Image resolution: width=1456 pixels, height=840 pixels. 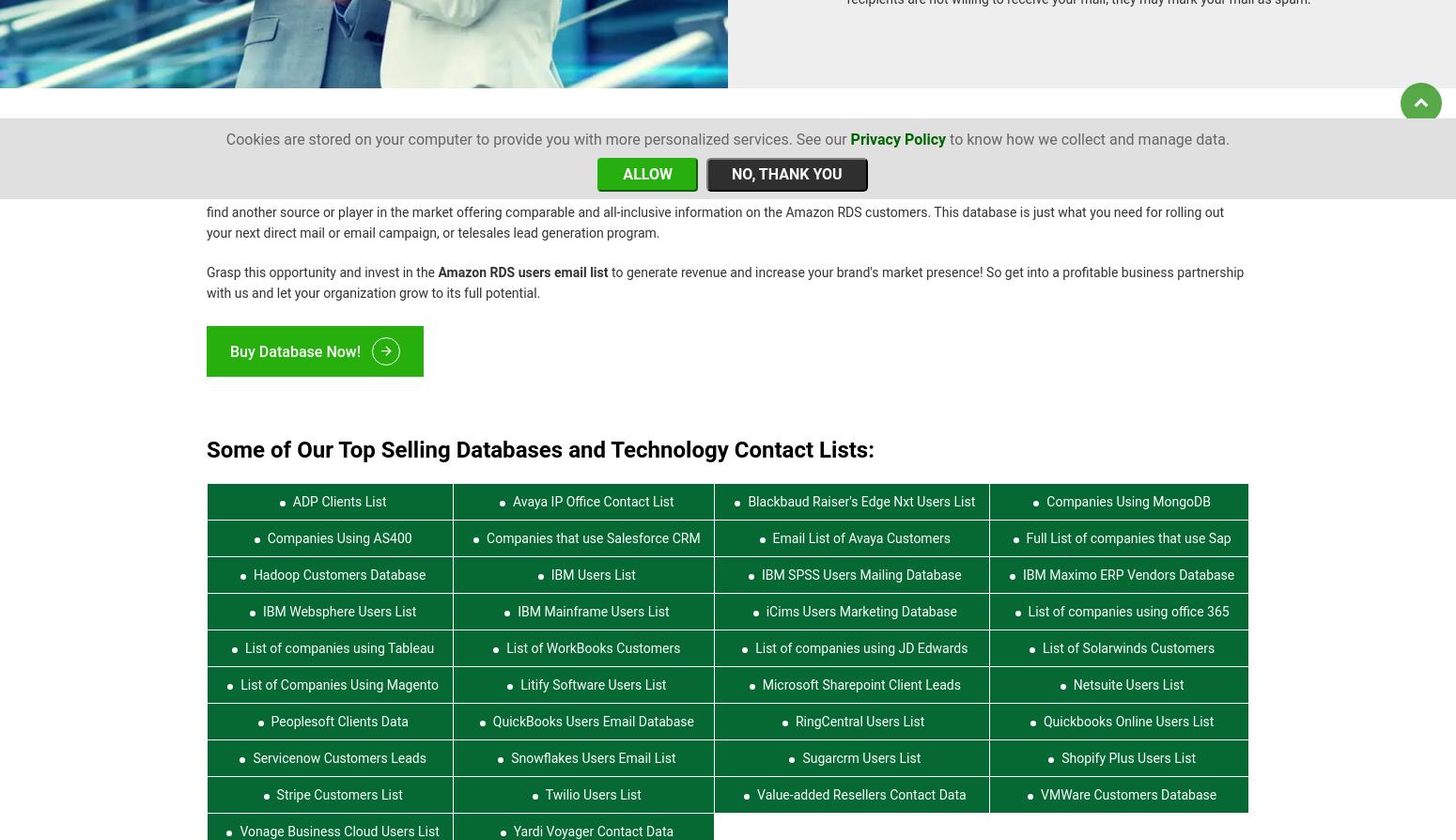 What do you see at coordinates (337, 708) in the screenshot?
I see `'Peoplesoft Clients Data'` at bounding box center [337, 708].